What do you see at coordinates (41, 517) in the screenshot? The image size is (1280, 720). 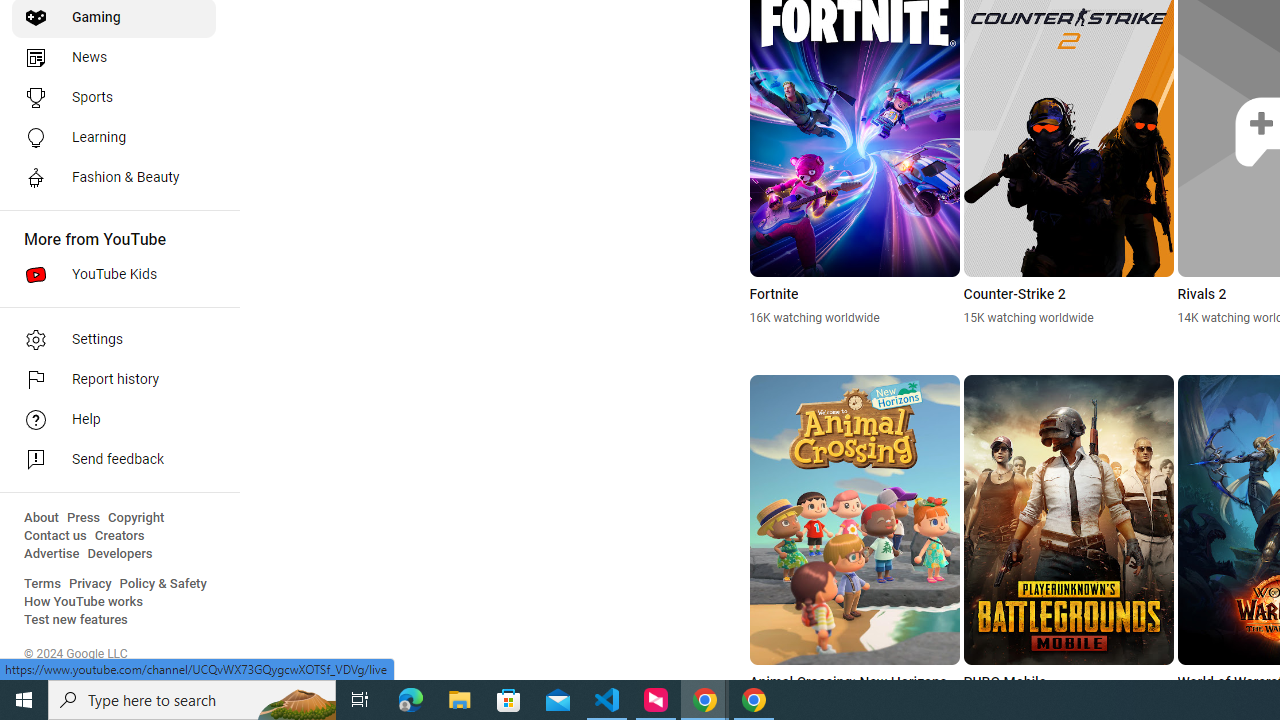 I see `'About'` at bounding box center [41, 517].